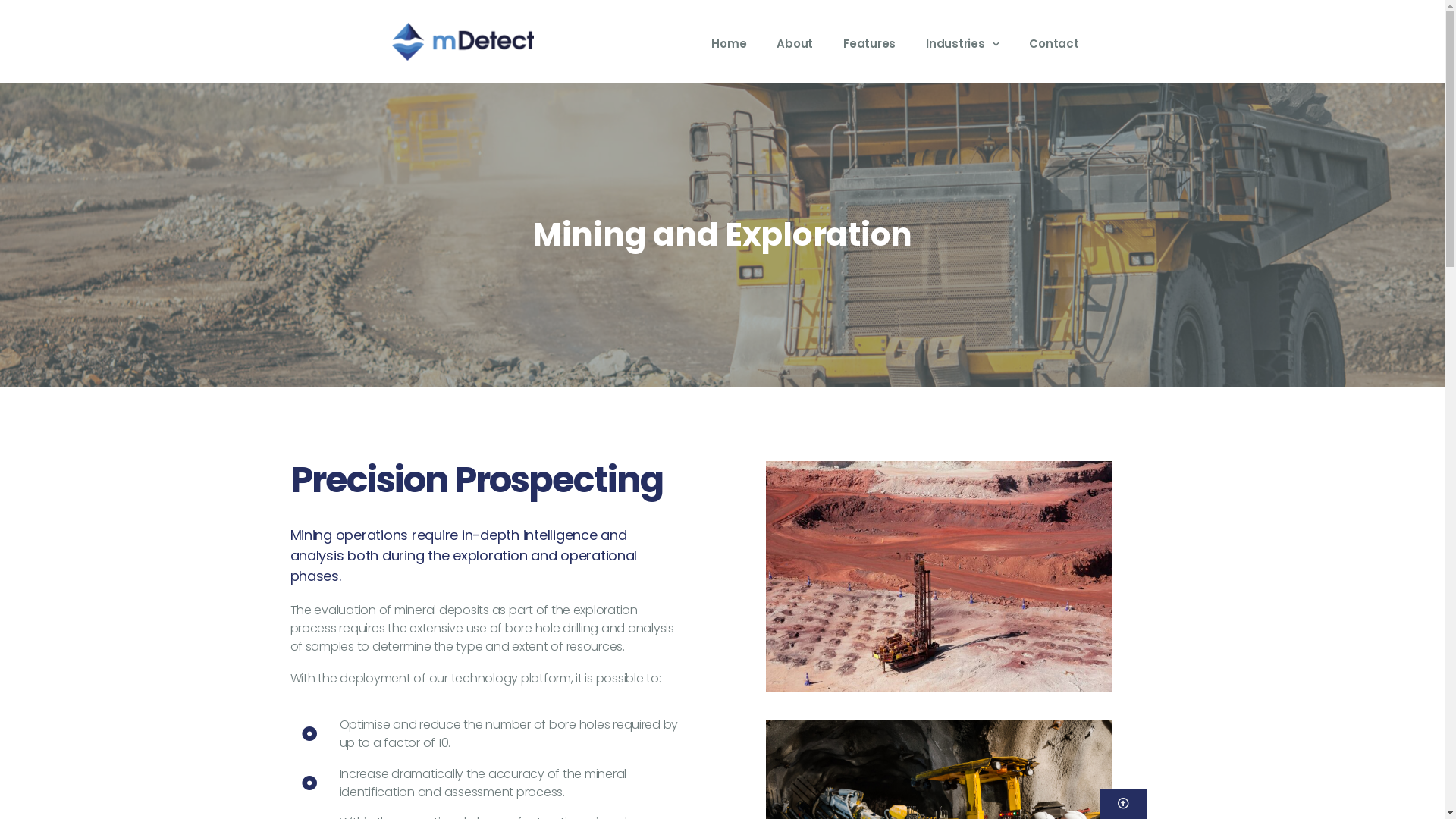  I want to click on 'Features', so click(869, 42).